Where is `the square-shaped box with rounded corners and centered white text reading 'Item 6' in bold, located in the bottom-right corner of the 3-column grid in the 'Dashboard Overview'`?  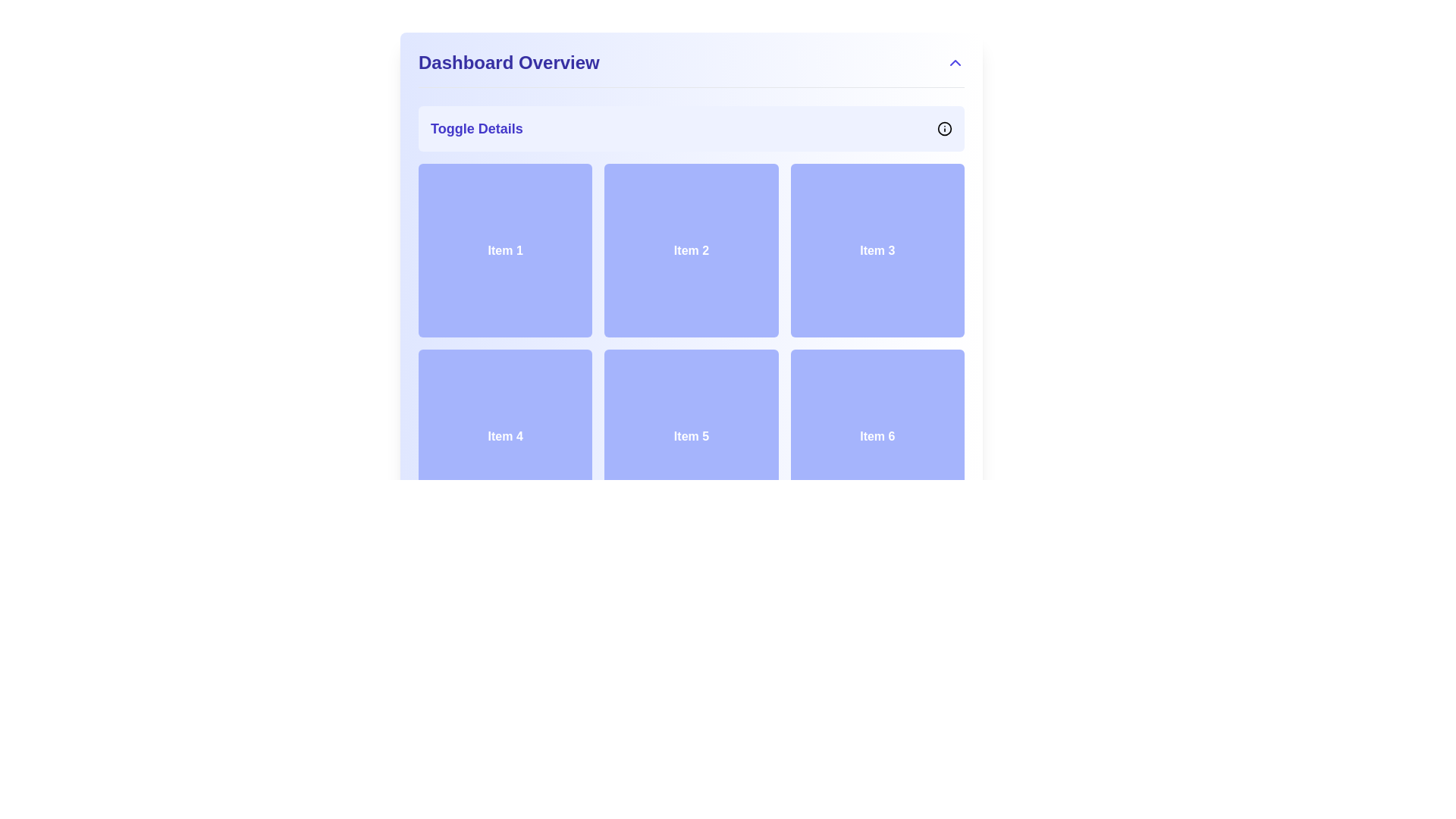
the square-shaped box with rounded corners and centered white text reading 'Item 6' in bold, located in the bottom-right corner of the 3-column grid in the 'Dashboard Overview' is located at coordinates (877, 436).